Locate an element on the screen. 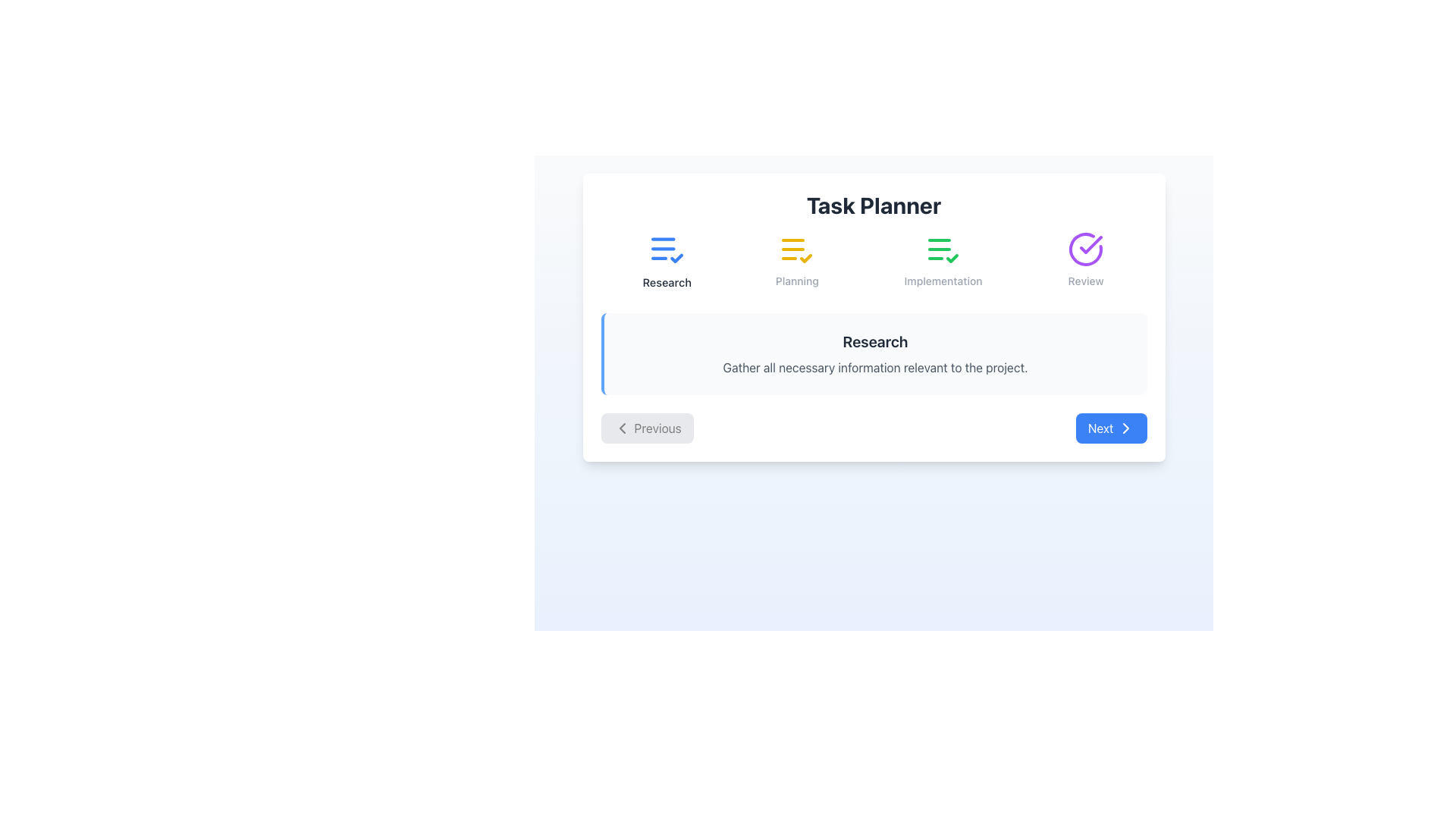 The height and width of the screenshot is (819, 1456). the status indicator icon representing the completion of the 'Review' stage, located in the task navigation bar at the far right, above the label 'Review' is located at coordinates (1085, 248).